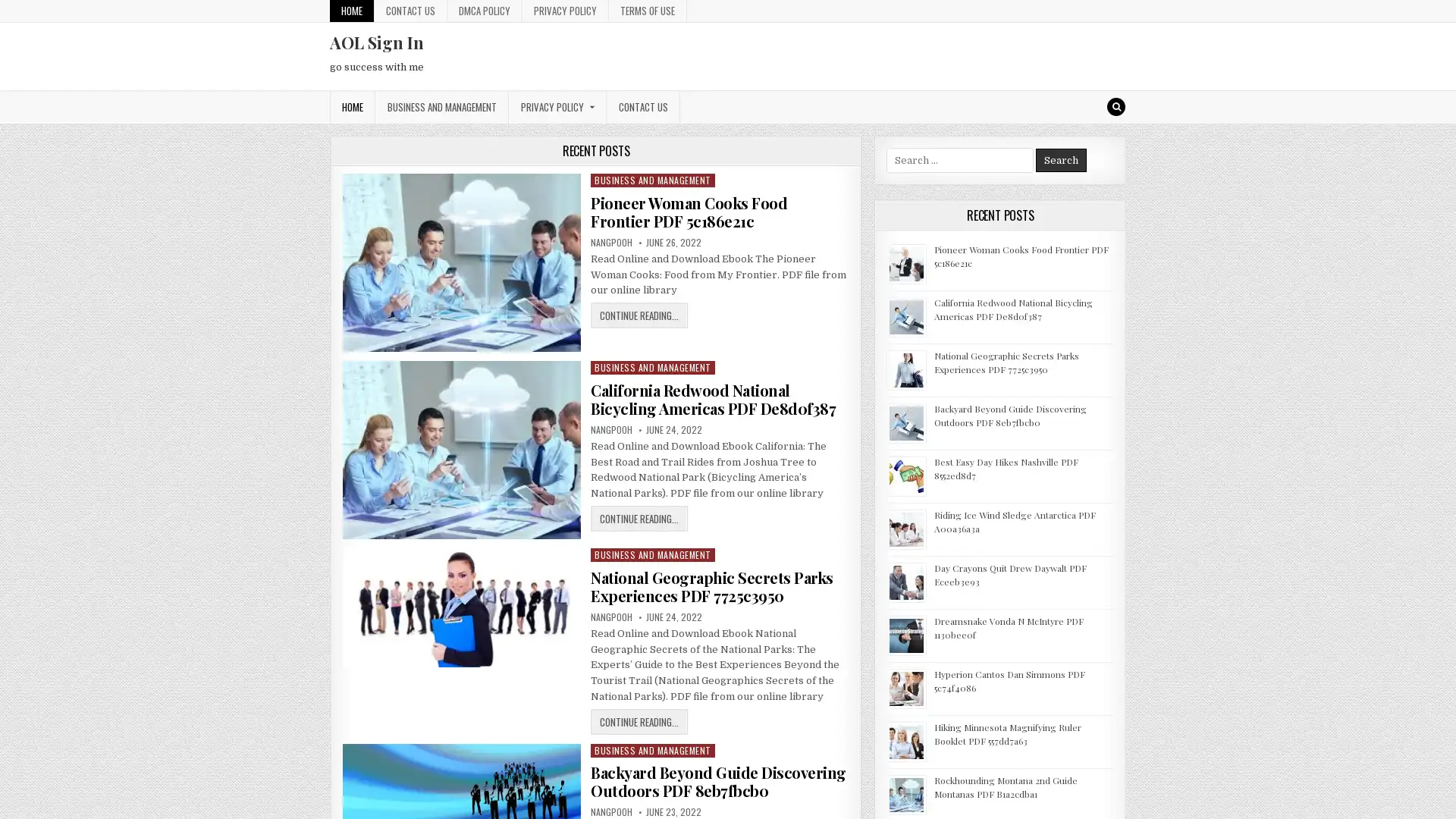  What do you see at coordinates (1060, 160) in the screenshot?
I see `Search` at bounding box center [1060, 160].